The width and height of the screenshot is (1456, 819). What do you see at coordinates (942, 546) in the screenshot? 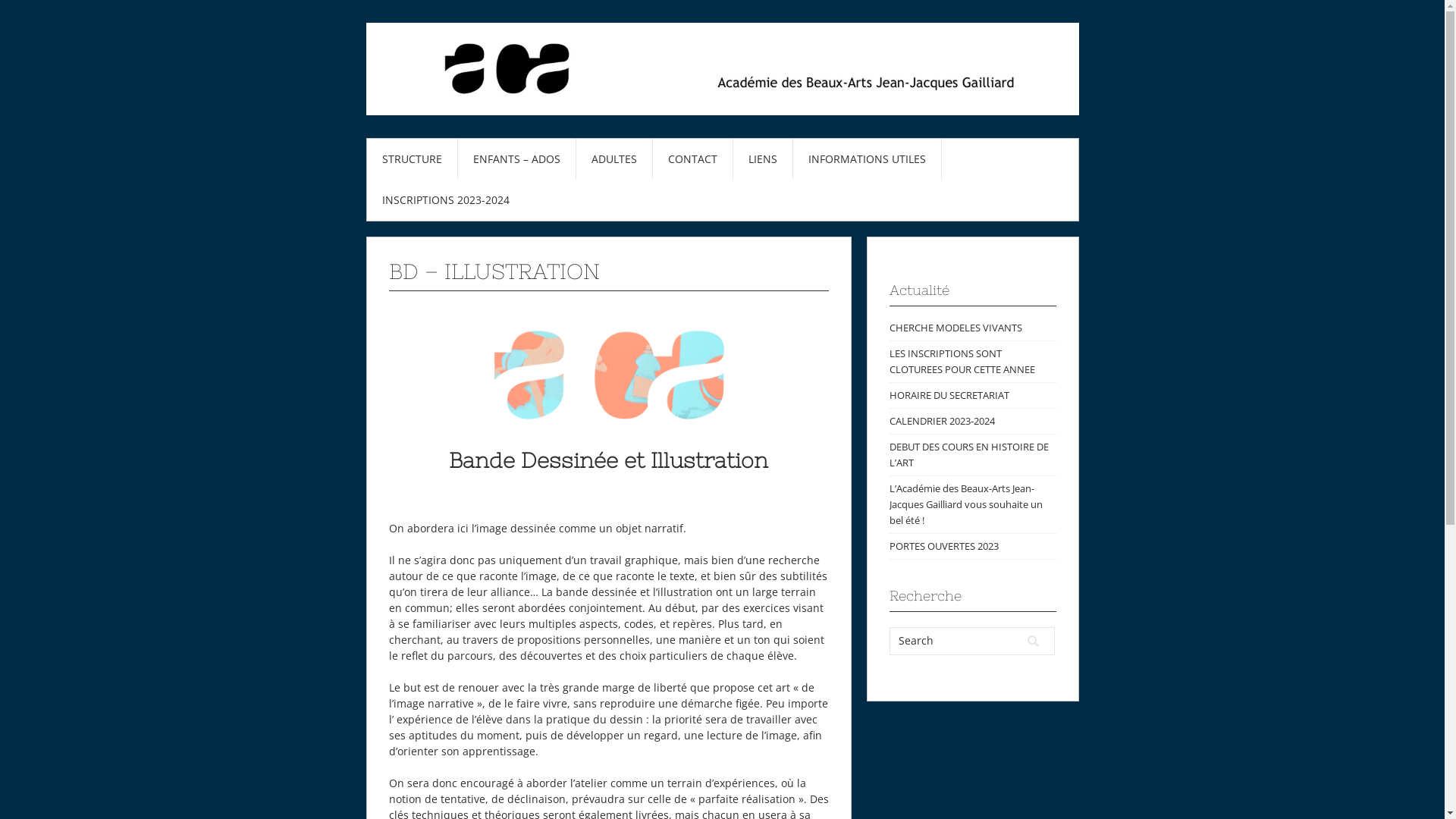
I see `'PORTES OUVERTES 2023'` at bounding box center [942, 546].